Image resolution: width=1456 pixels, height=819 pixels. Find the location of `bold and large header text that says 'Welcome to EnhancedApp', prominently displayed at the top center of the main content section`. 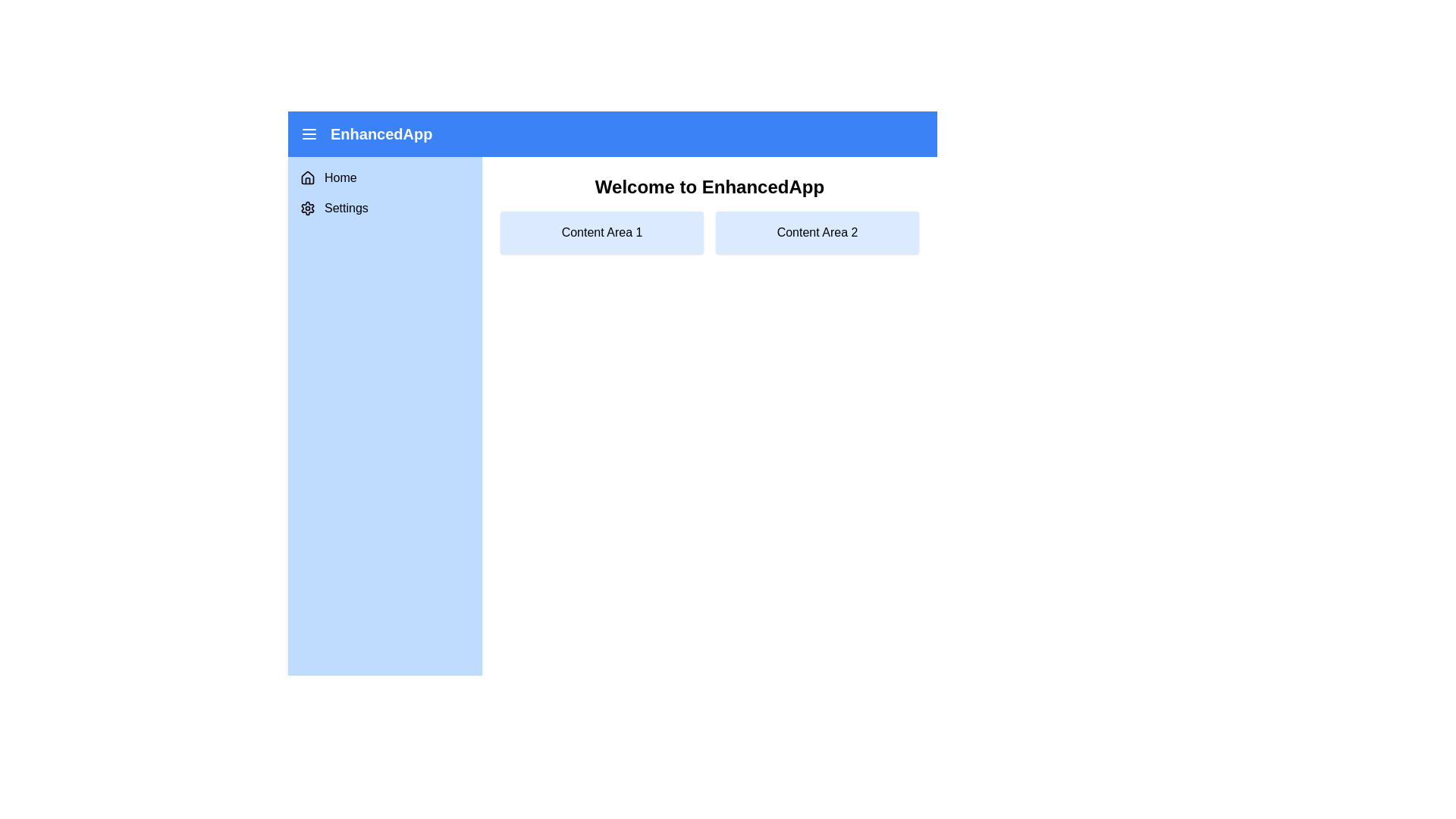

bold and large header text that says 'Welcome to EnhancedApp', prominently displayed at the top center of the main content section is located at coordinates (709, 186).